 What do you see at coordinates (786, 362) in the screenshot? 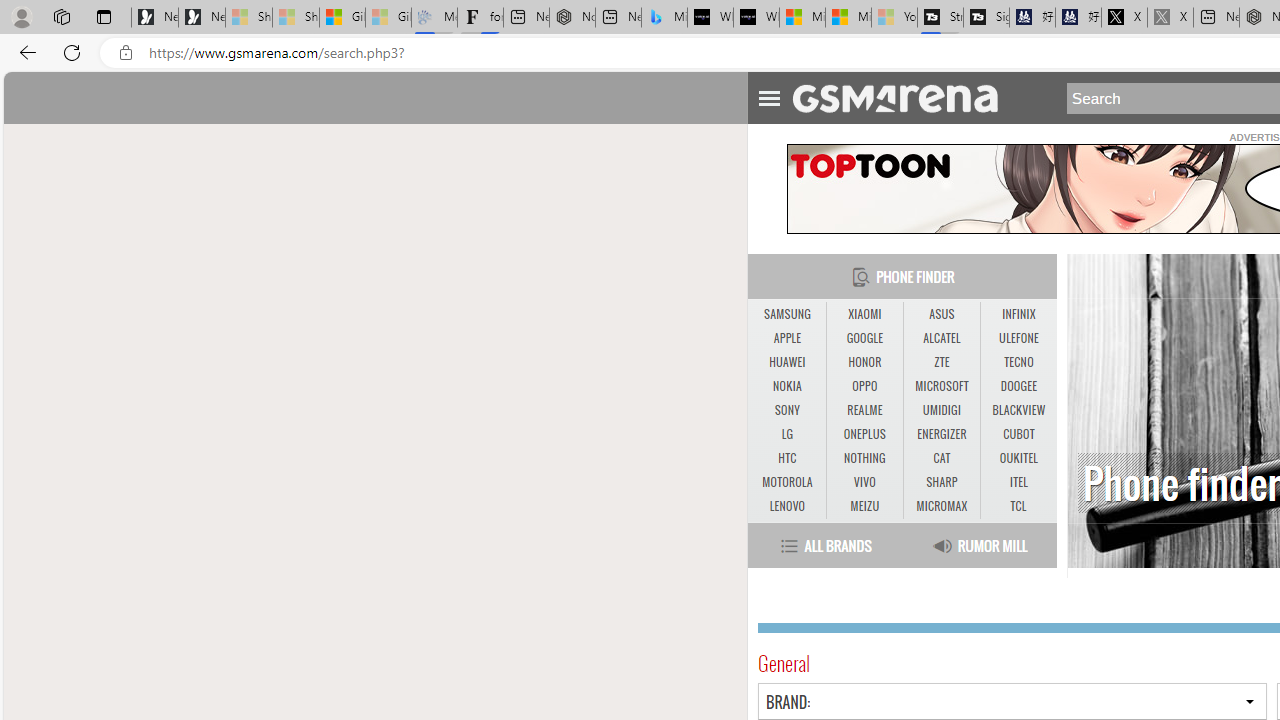
I see `'HUAWEI'` at bounding box center [786, 362].